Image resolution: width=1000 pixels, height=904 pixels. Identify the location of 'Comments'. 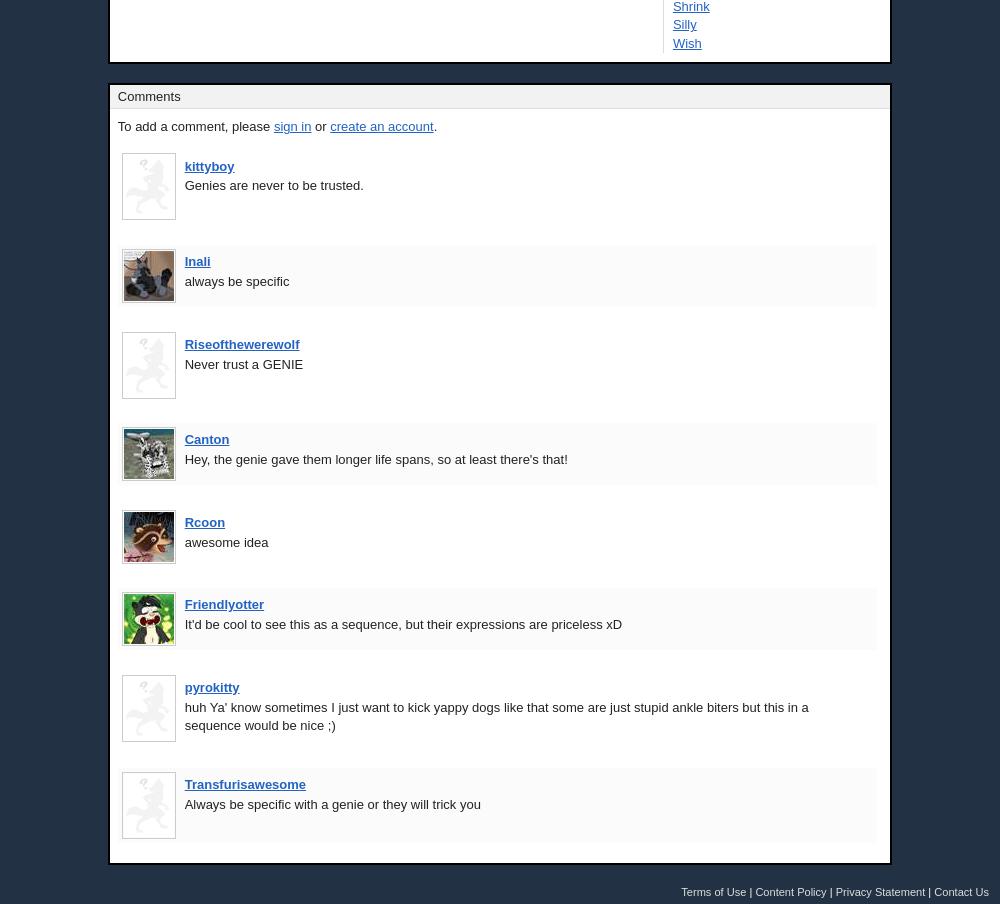
(148, 96).